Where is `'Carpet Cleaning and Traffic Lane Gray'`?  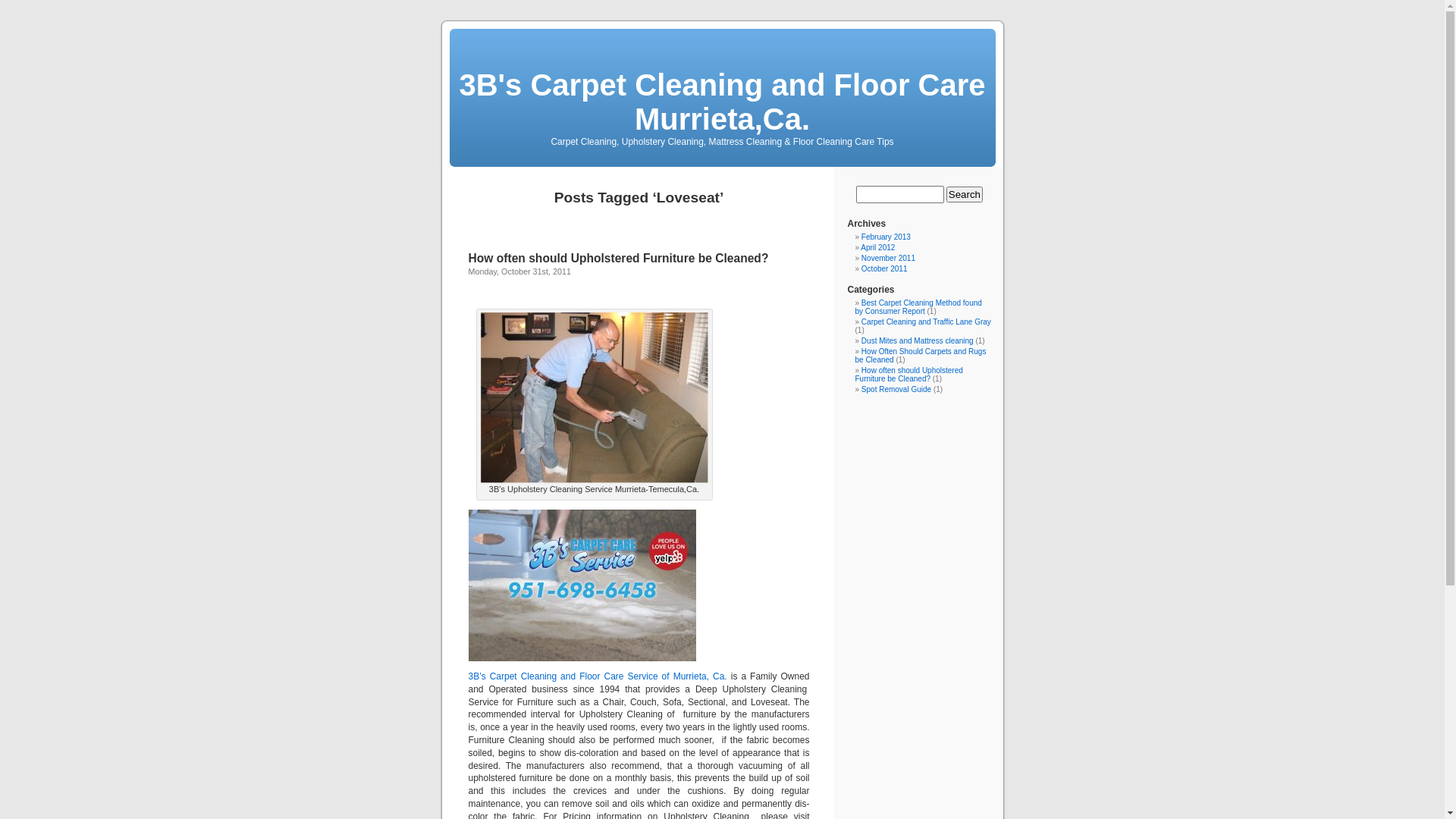
'Carpet Cleaning and Traffic Lane Gray' is located at coordinates (925, 321).